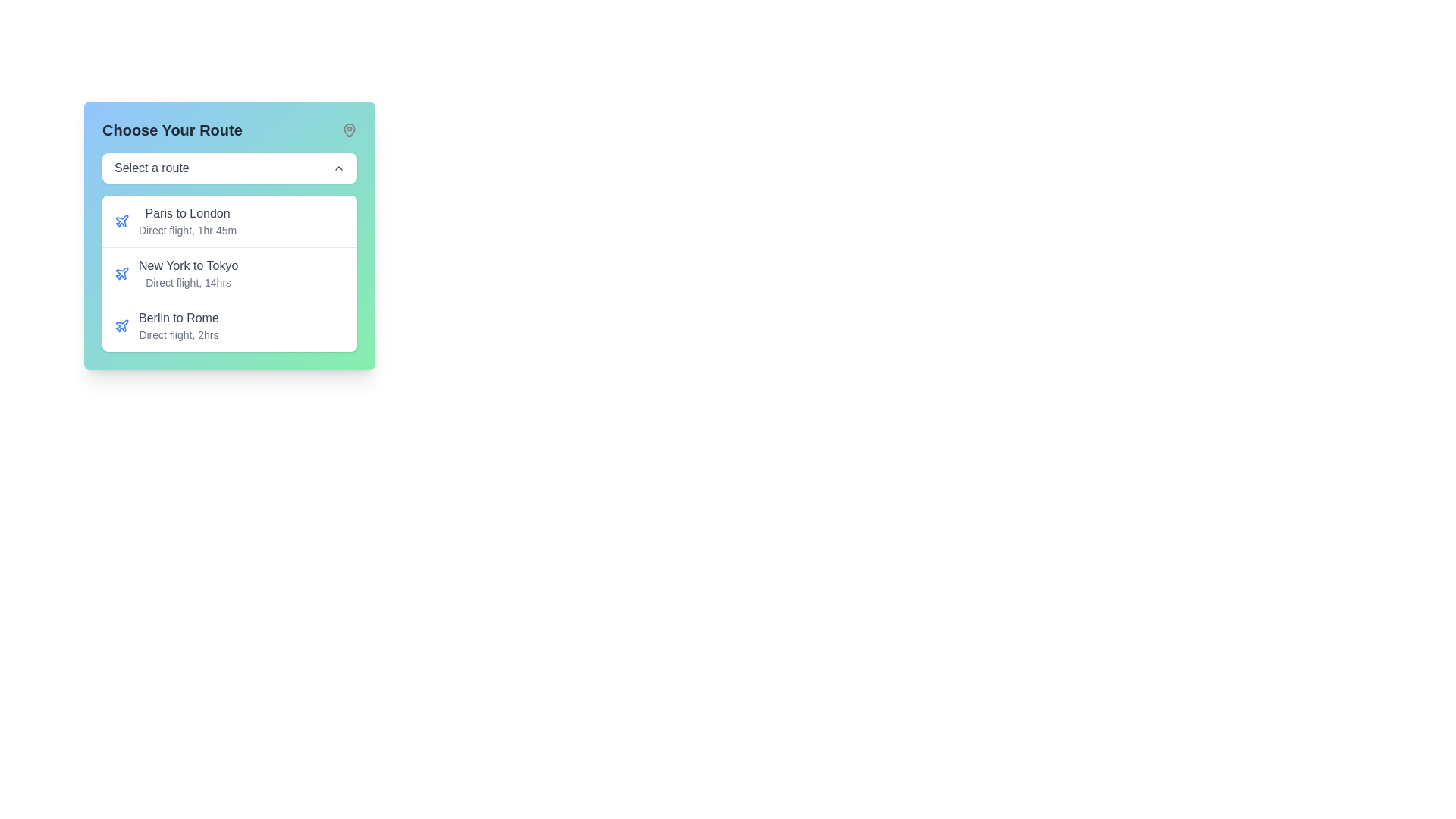 This screenshot has width=1456, height=819. I want to click on the upward-pointing chevron icon located at the top-right corner of the 'Select a route' input box in the 'Choose Your Route' card, so click(337, 168).